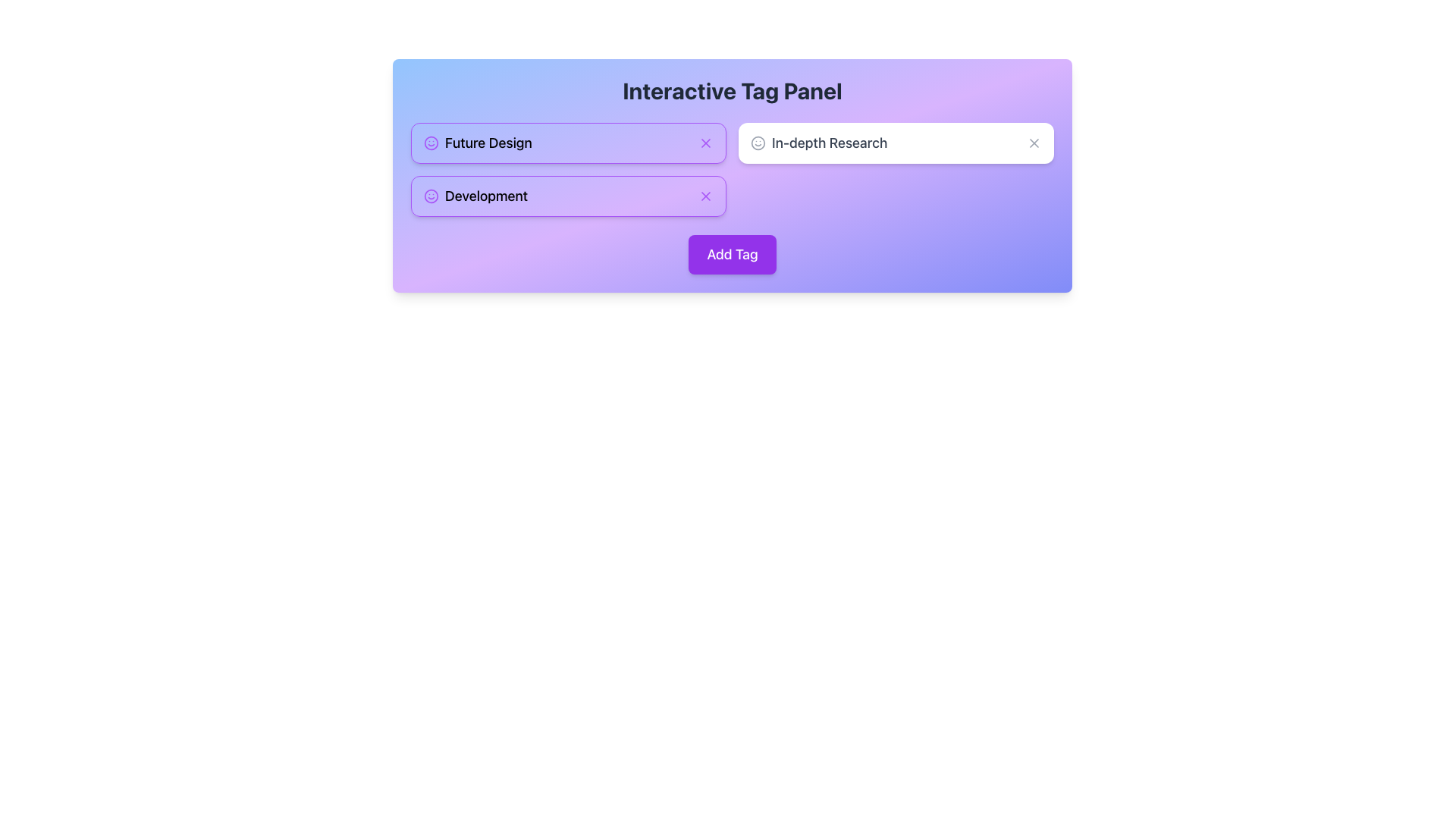  I want to click on the purple smiley face icon located in the top-left corner of the 'Future Design' tag, positioned before the text label, so click(431, 143).